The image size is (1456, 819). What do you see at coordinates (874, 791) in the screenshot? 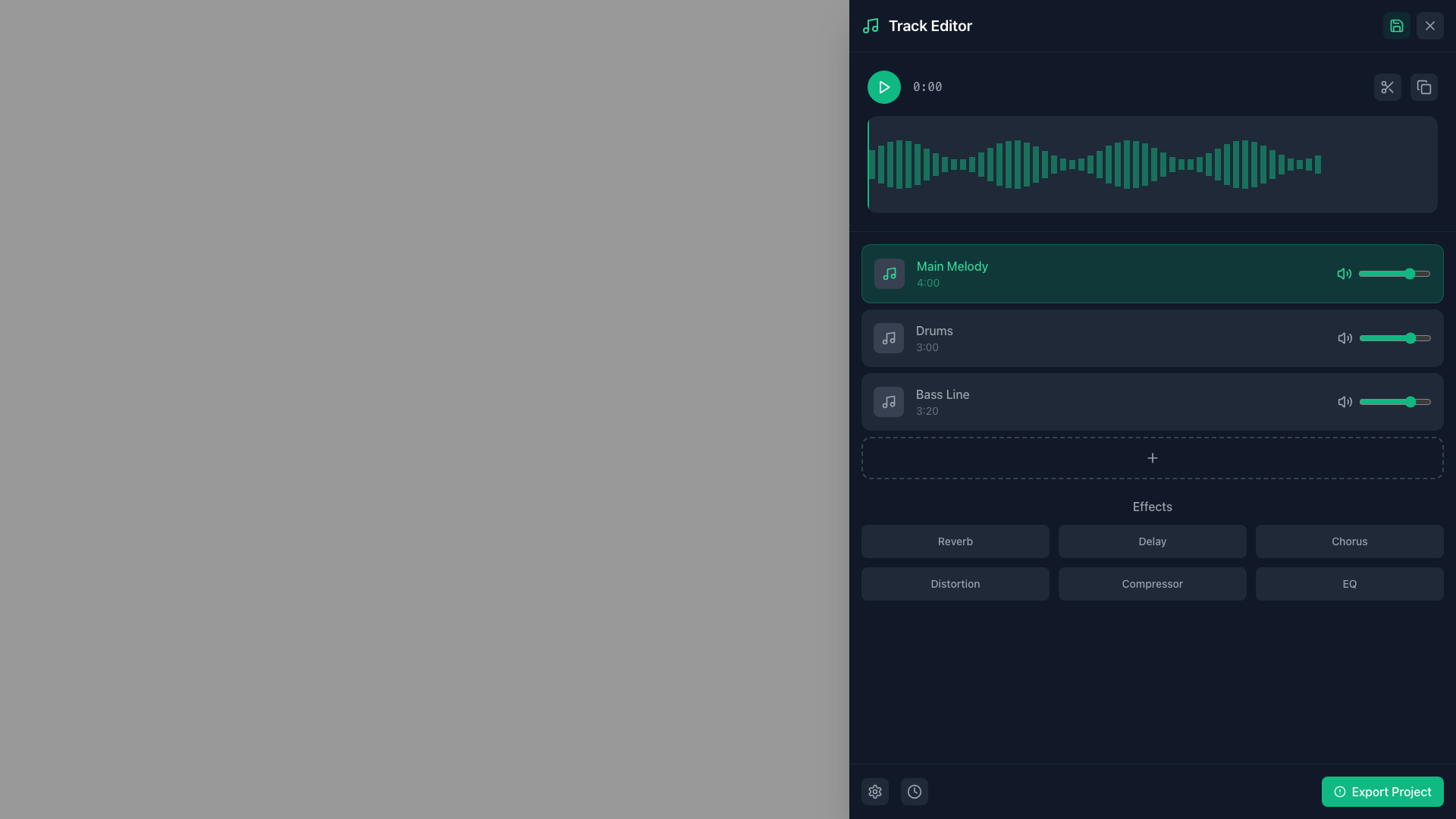
I see `the gear/cog icon in the bottom left corner of the interface` at bounding box center [874, 791].